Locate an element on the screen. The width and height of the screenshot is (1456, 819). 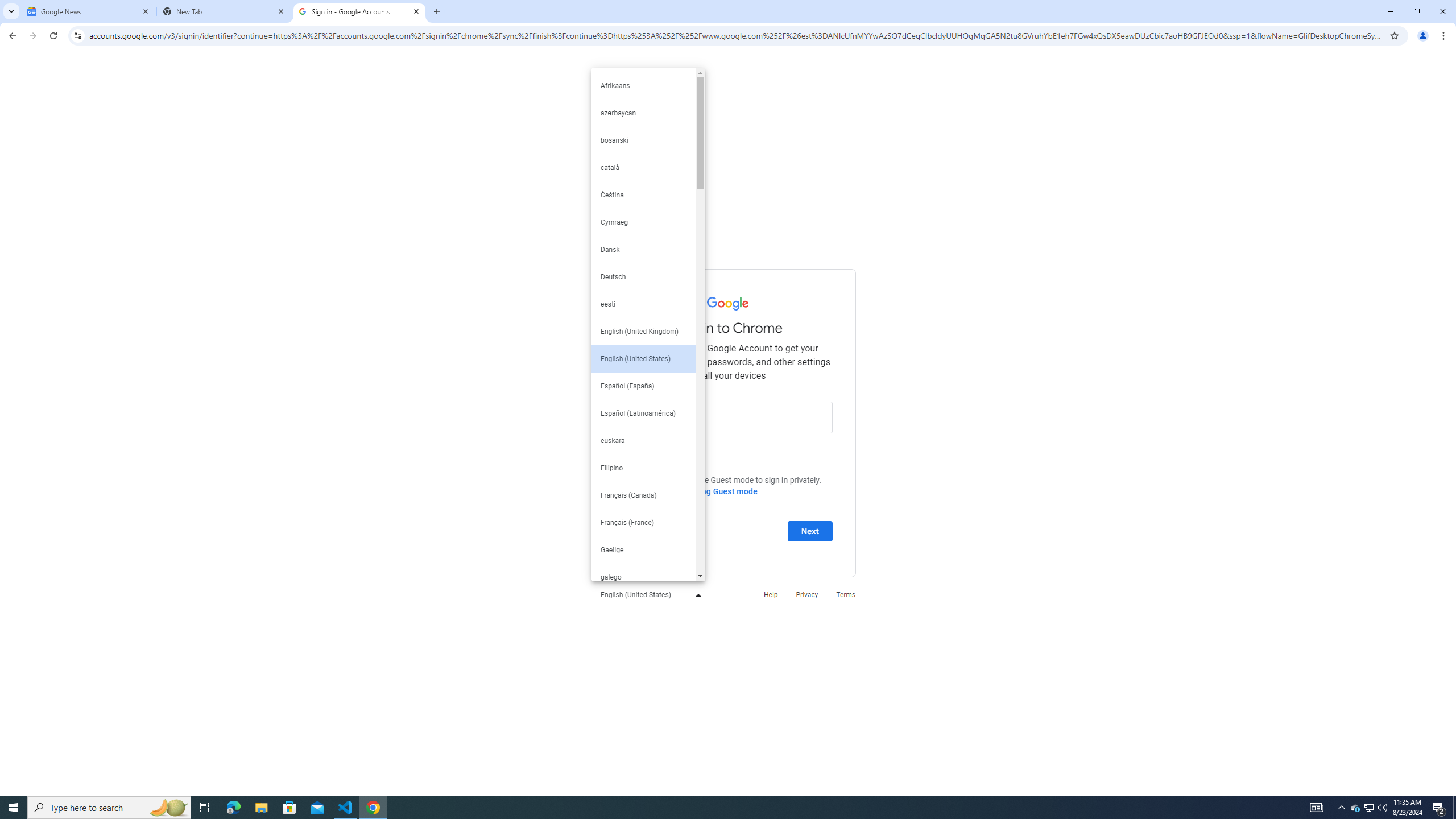
'Email or phone' is located at coordinates (728, 416).